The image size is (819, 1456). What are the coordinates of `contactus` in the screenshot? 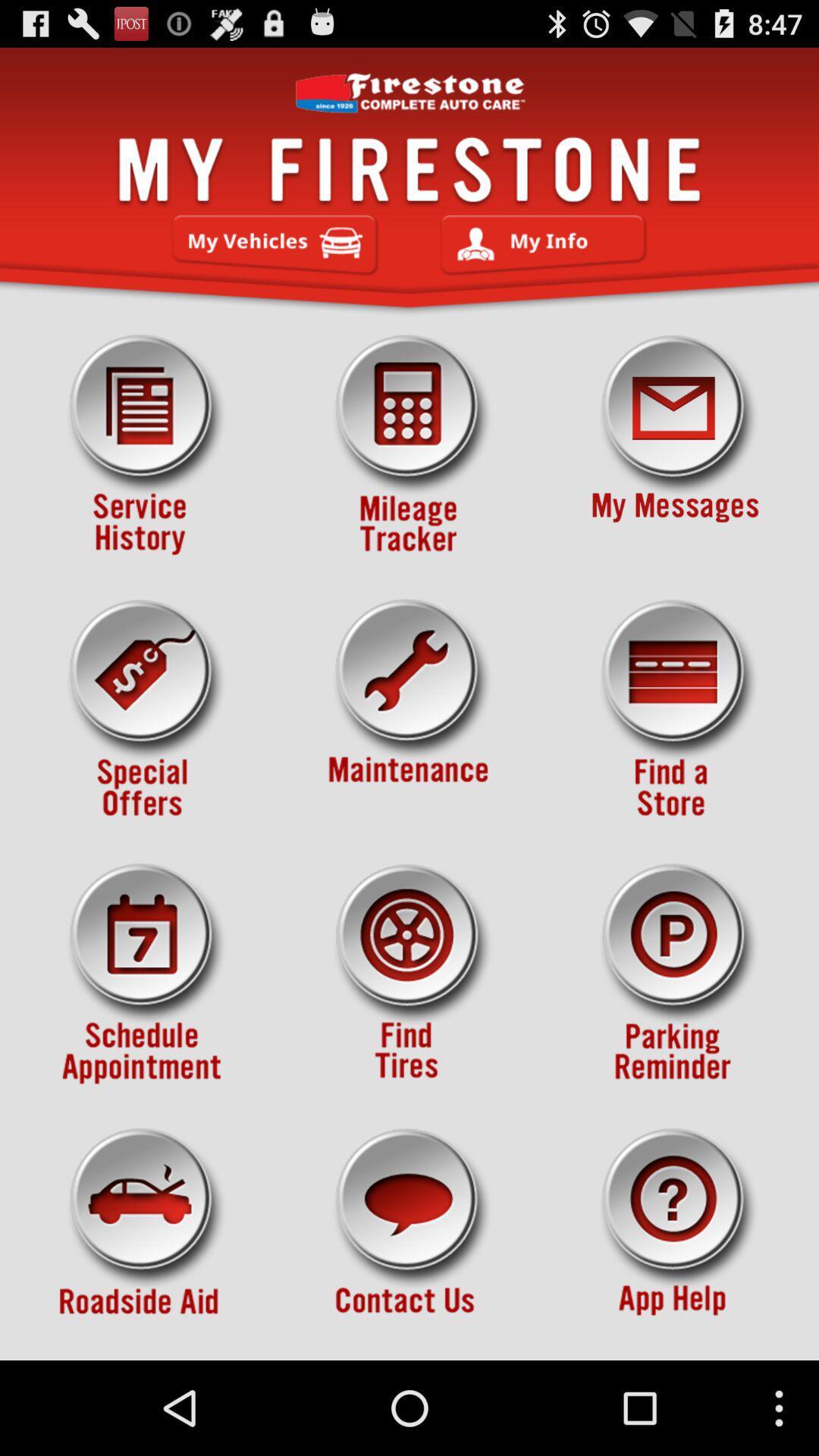 It's located at (409, 1238).